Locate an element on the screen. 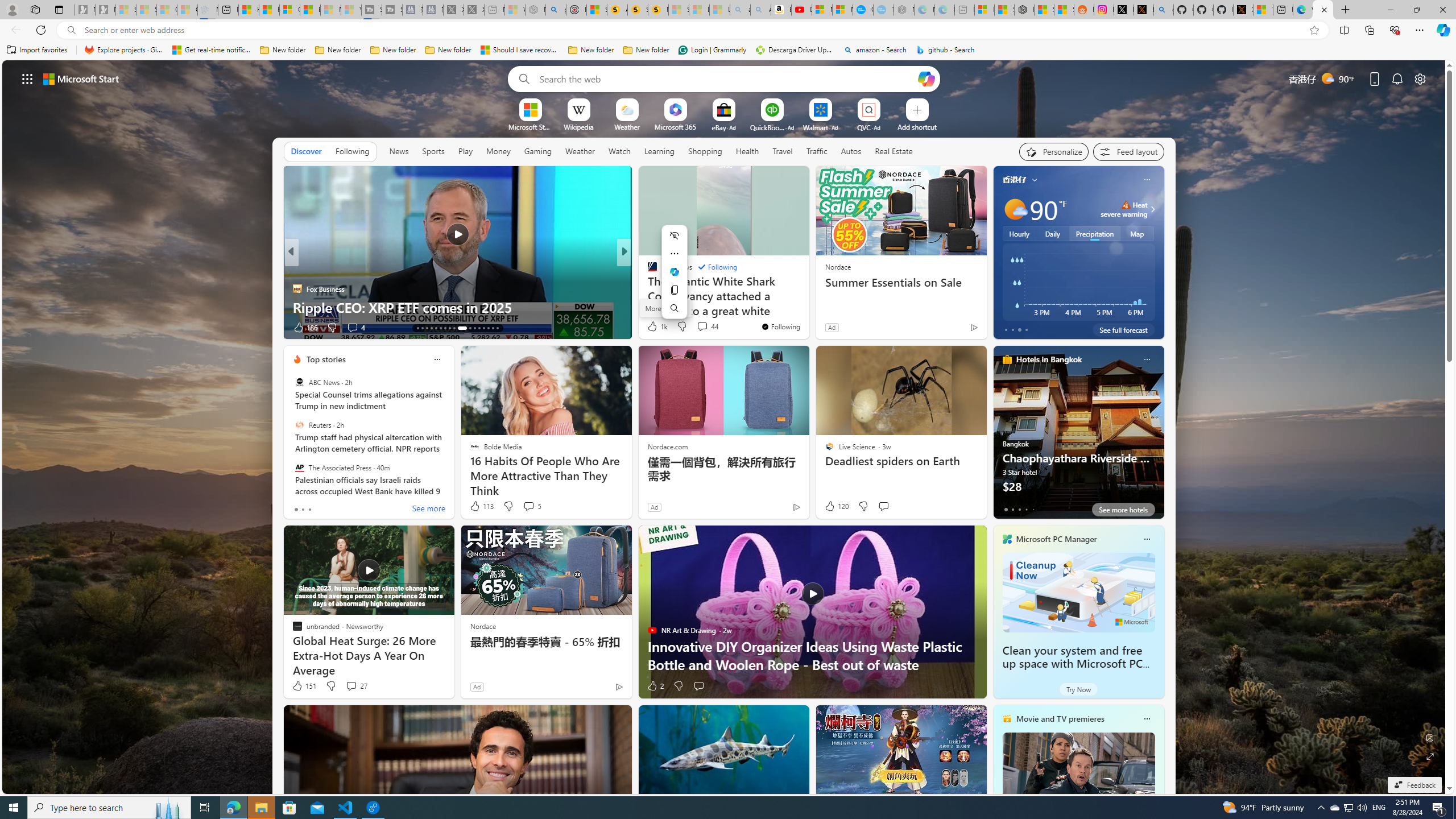  'Microsoft account | Microsoft Account Privacy Settings' is located at coordinates (983, 9).